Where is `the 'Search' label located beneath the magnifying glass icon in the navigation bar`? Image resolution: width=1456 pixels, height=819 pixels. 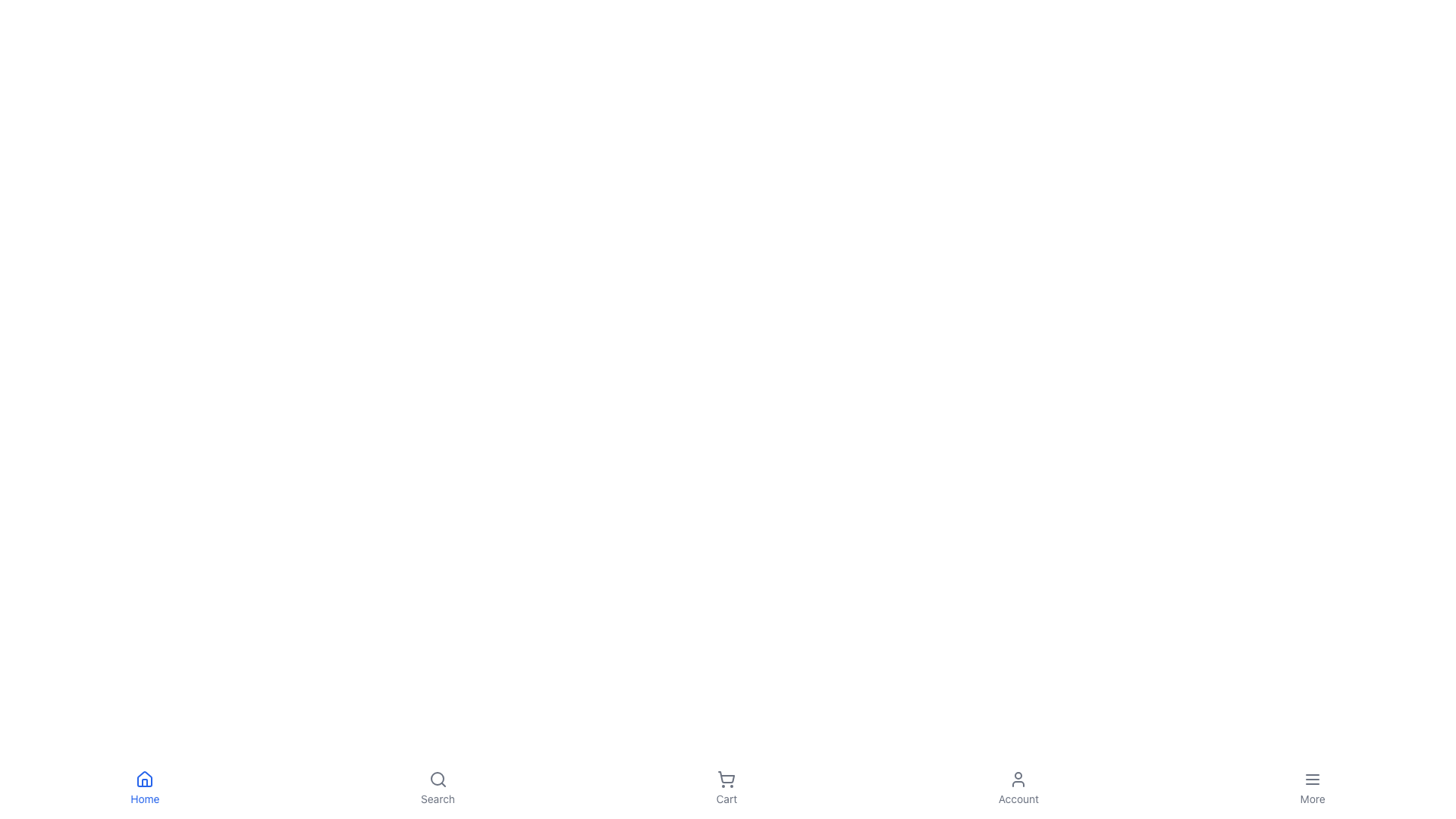
the 'Search' label located beneath the magnifying glass icon in the navigation bar is located at coordinates (437, 798).